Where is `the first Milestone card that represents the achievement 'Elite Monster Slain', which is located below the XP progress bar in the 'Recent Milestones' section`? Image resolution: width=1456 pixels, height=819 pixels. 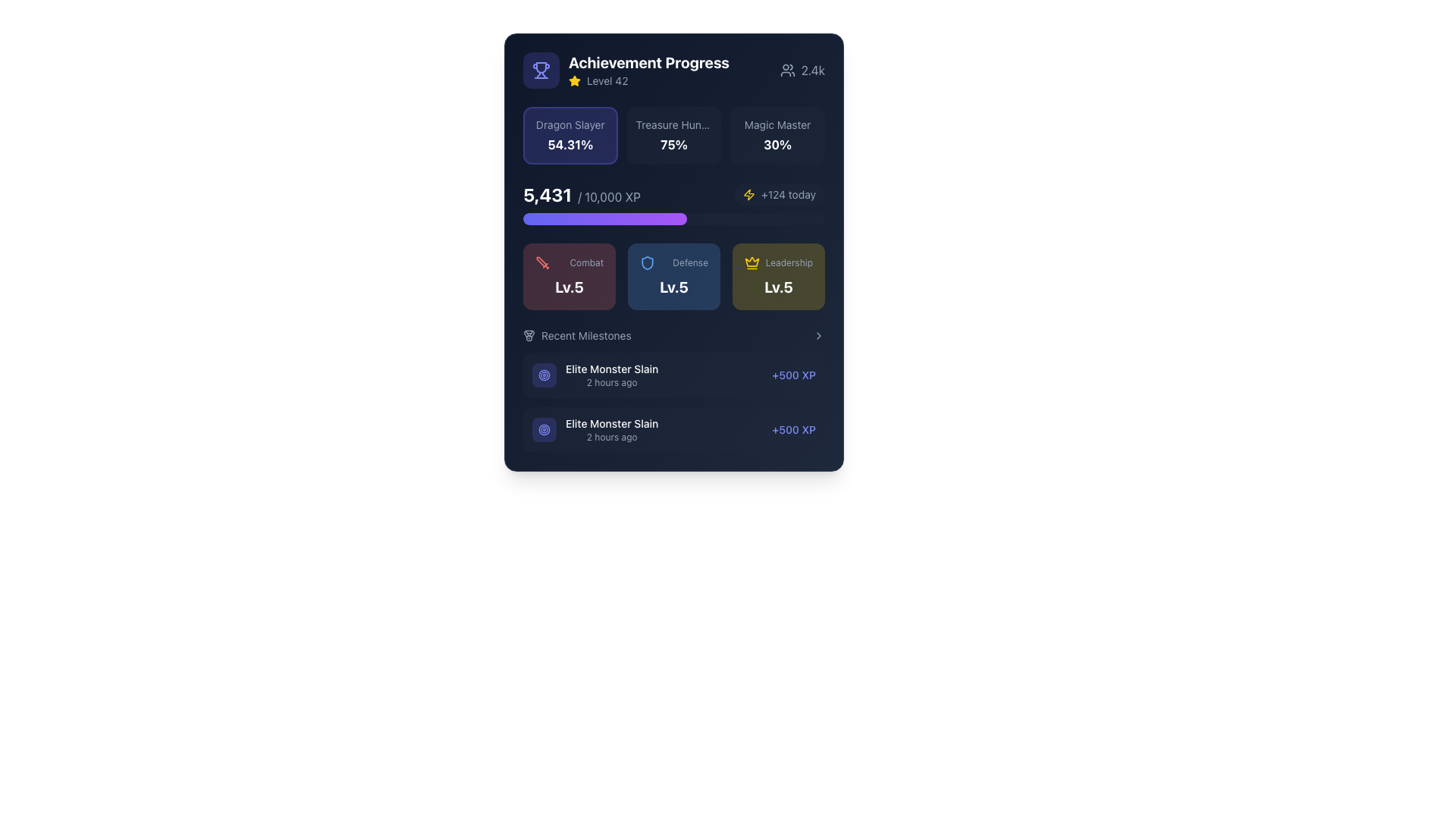 the first Milestone card that represents the achievement 'Elite Monster Slain', which is located below the XP progress bar in the 'Recent Milestones' section is located at coordinates (673, 375).